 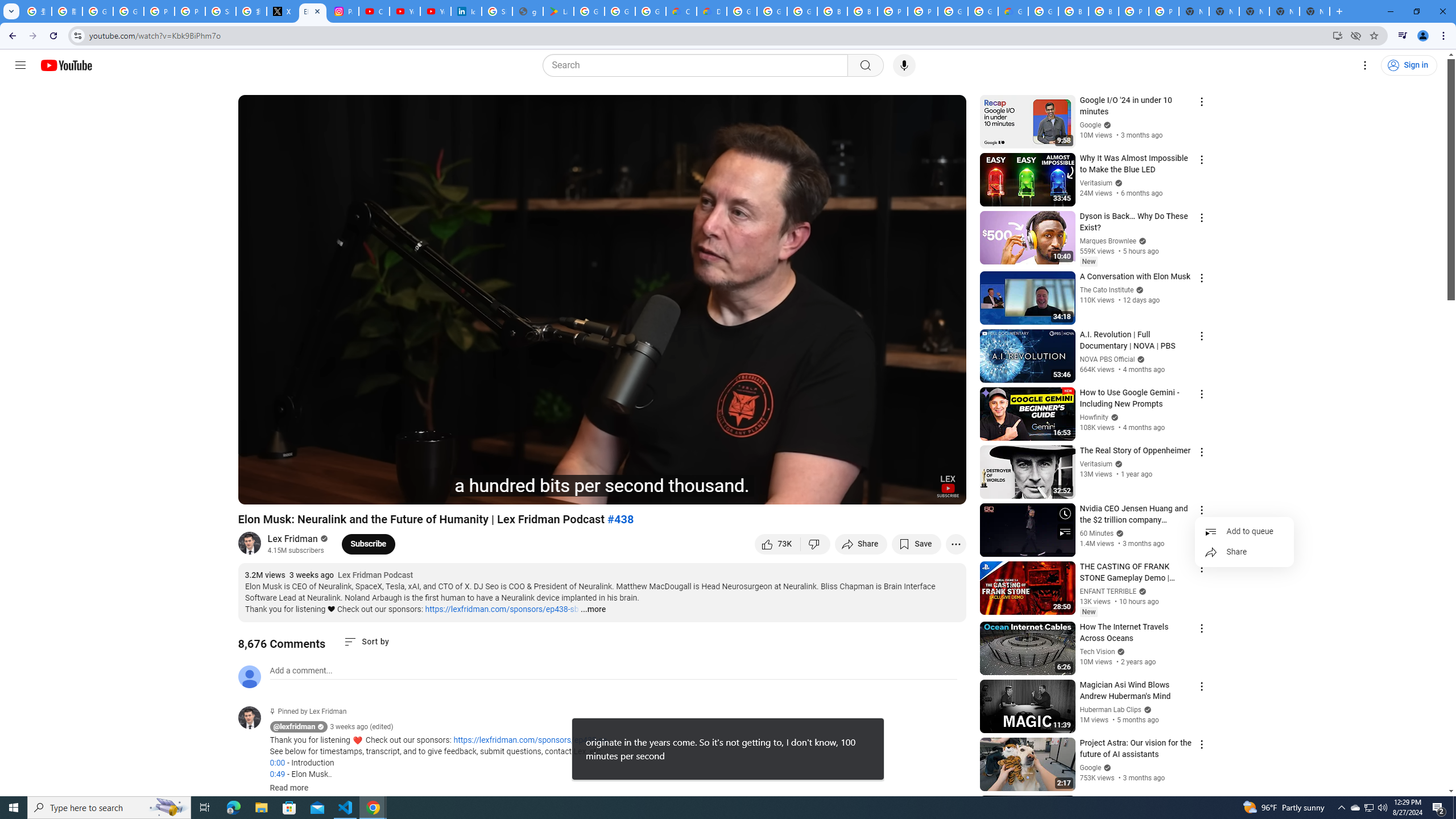 I want to click on 'Google Cloud Platform', so click(x=953, y=11).